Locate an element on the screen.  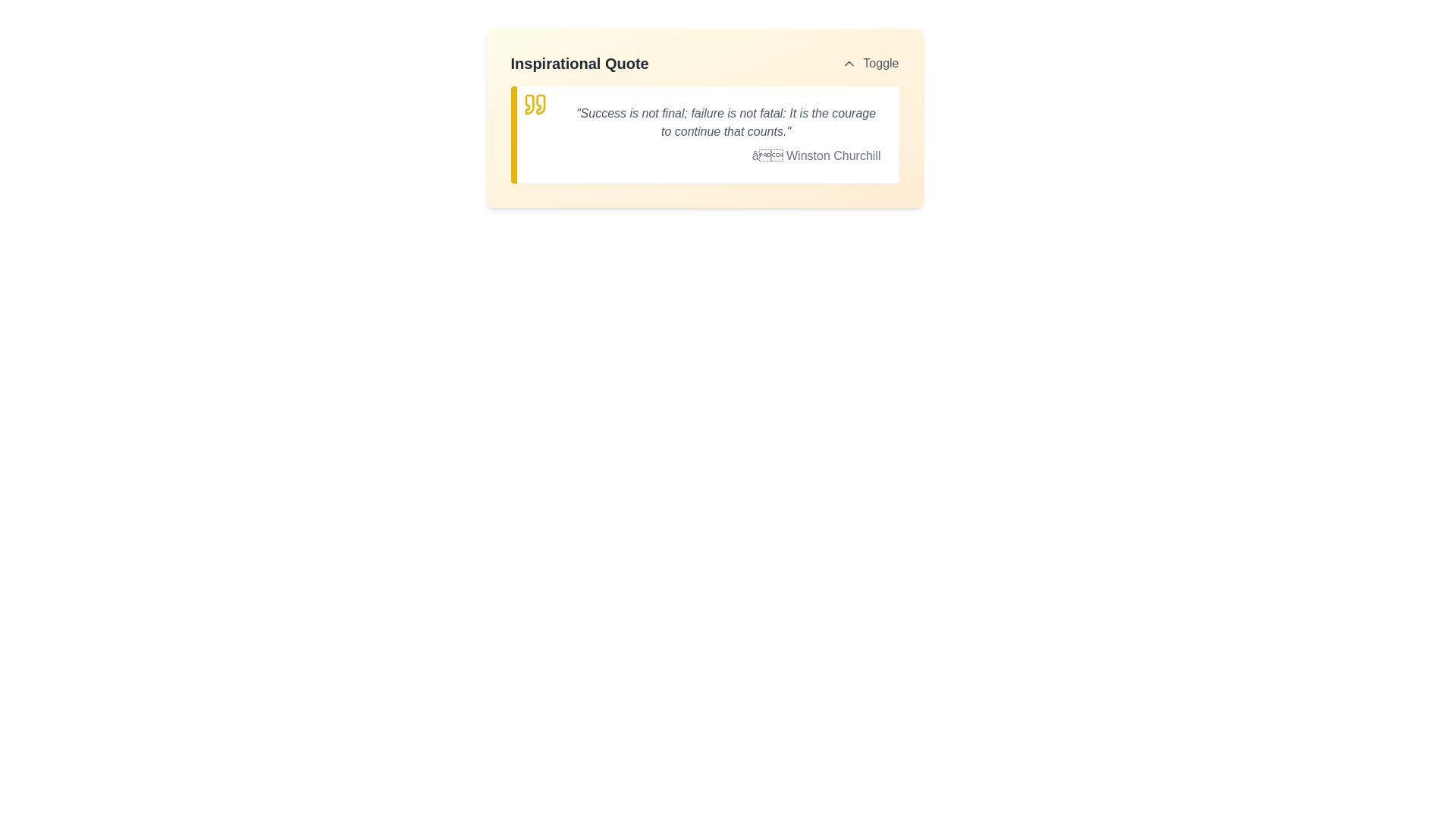
the button featuring an upward-pointing chevron icon and the text 'Toggle', located in the top-right corner of the header section adjacent to the main title 'Inspirational Quote' is located at coordinates (870, 63).